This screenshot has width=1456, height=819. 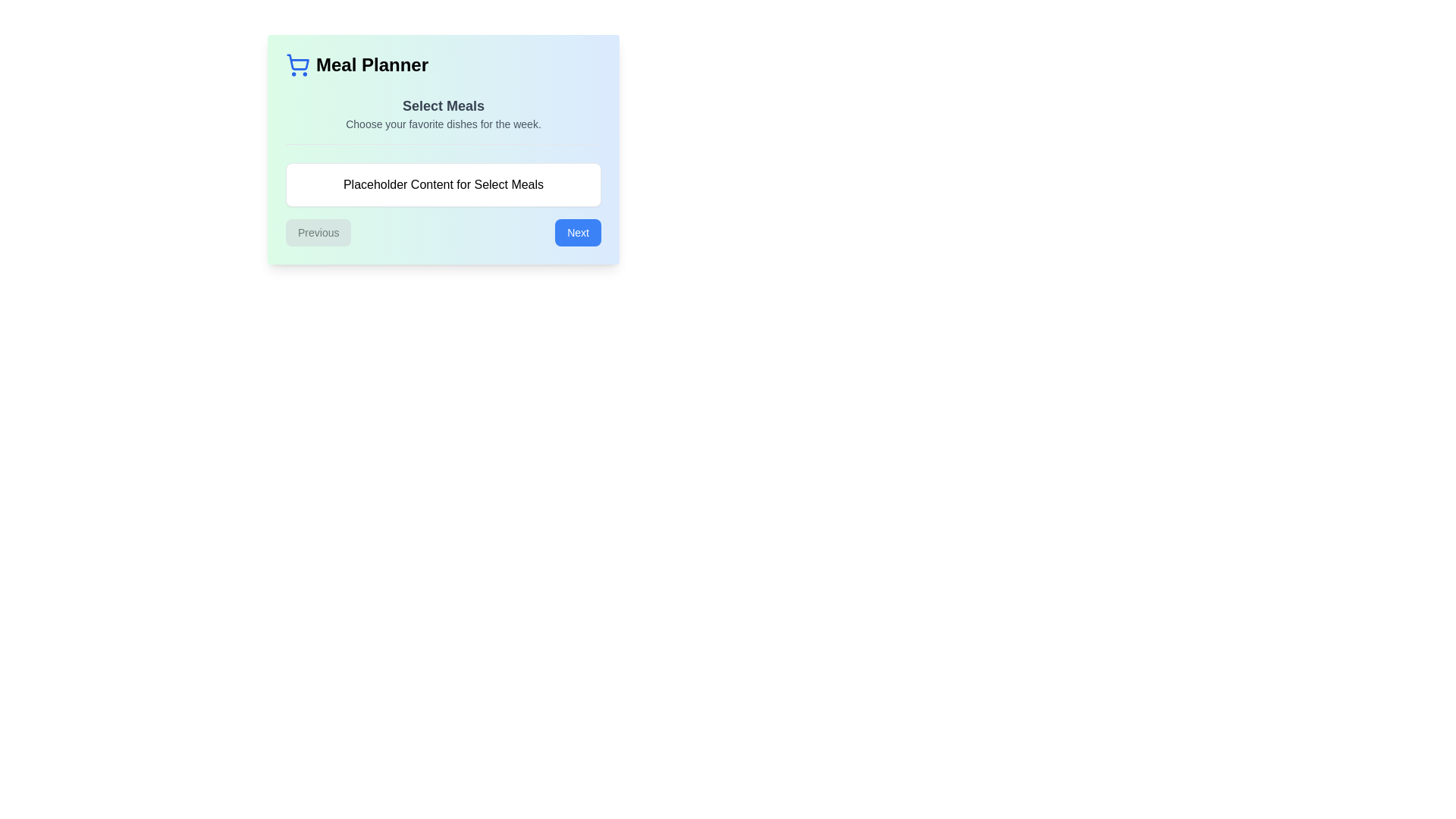 What do you see at coordinates (298, 61) in the screenshot?
I see `the shopping cart icon with a blue outline located in the top left corner of the 'Meal Planner' panel` at bounding box center [298, 61].